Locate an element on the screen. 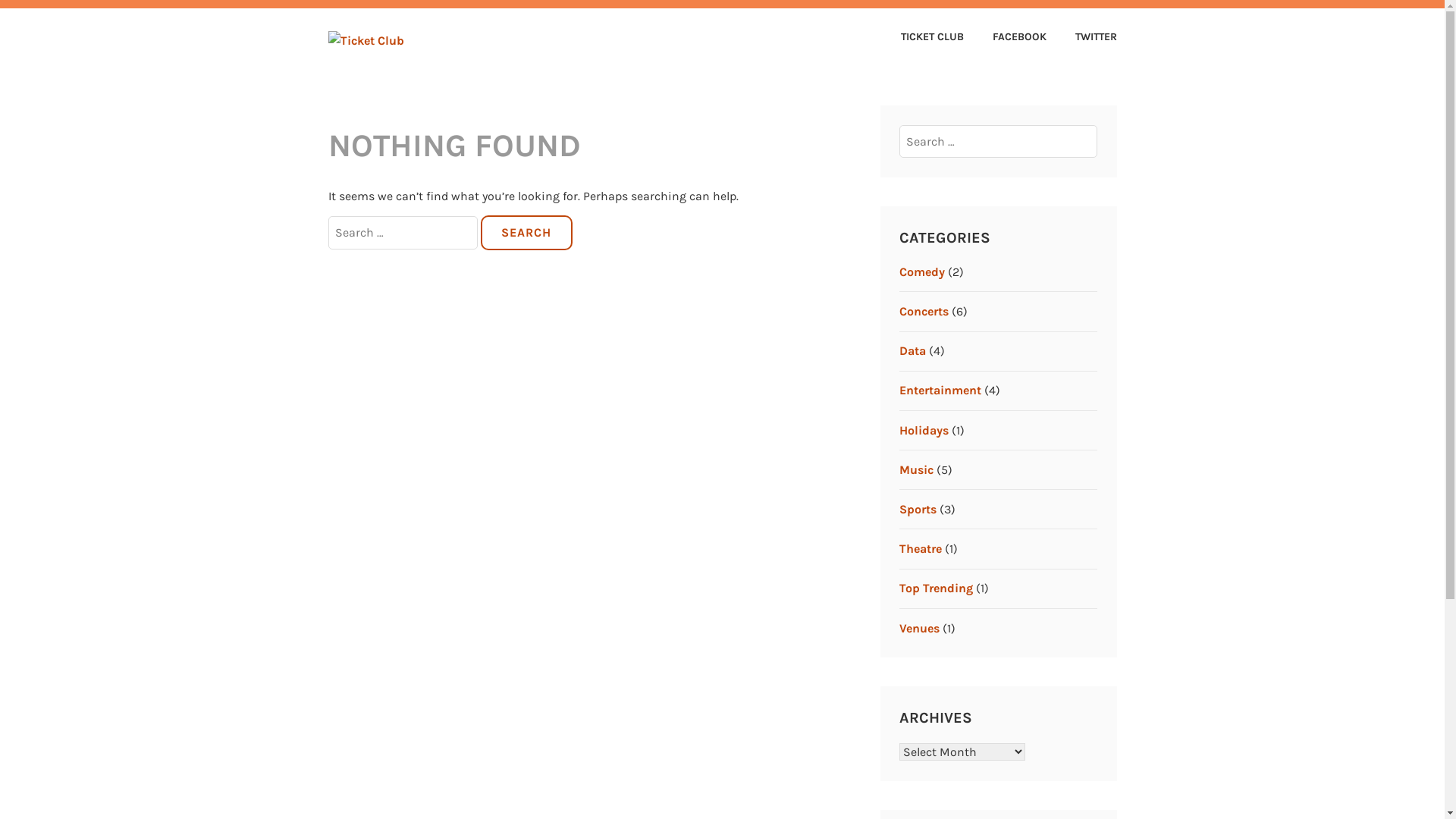  'Top Trending' is located at coordinates (935, 587).